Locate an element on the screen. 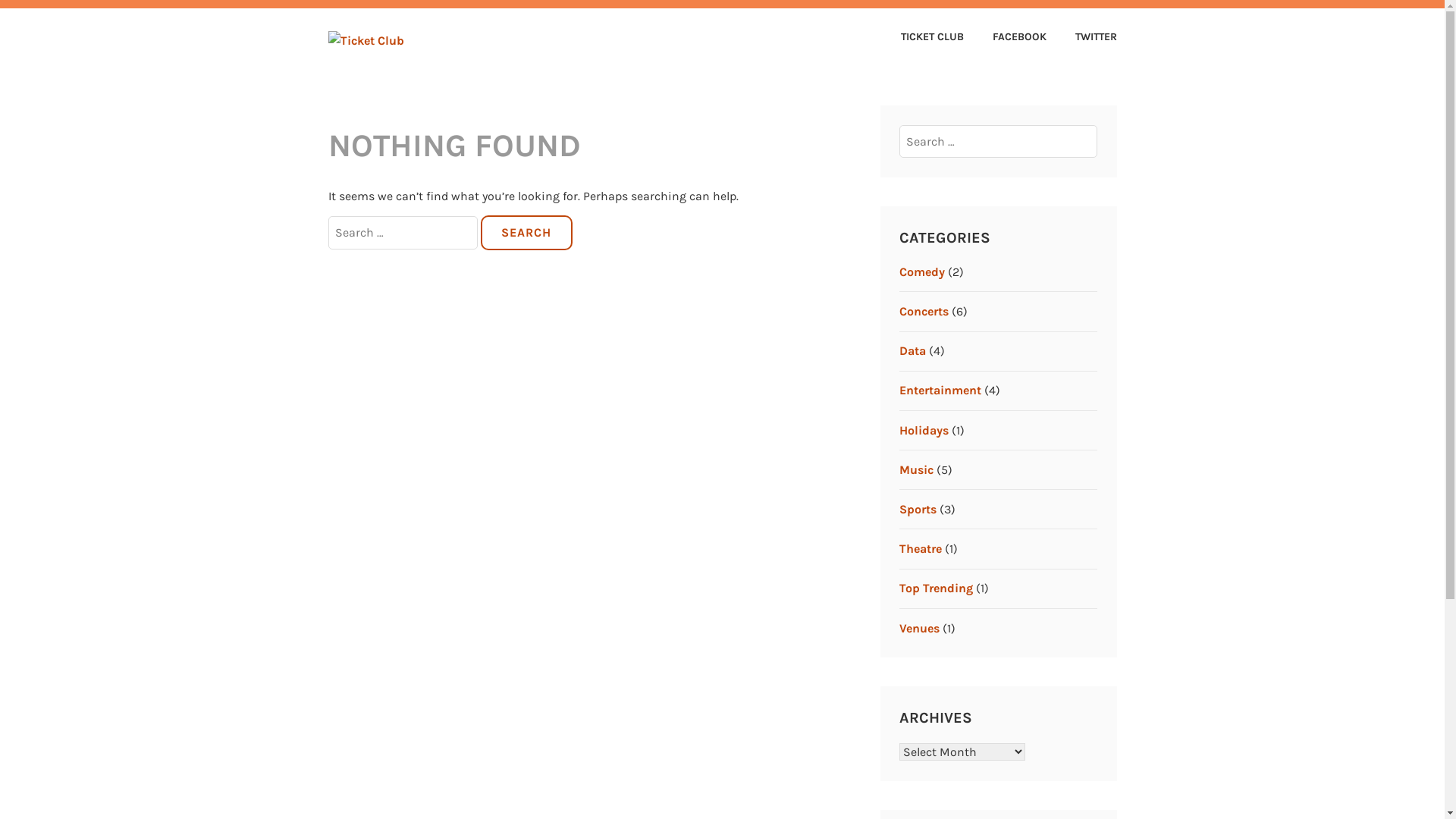  'Top Trending' is located at coordinates (935, 587).